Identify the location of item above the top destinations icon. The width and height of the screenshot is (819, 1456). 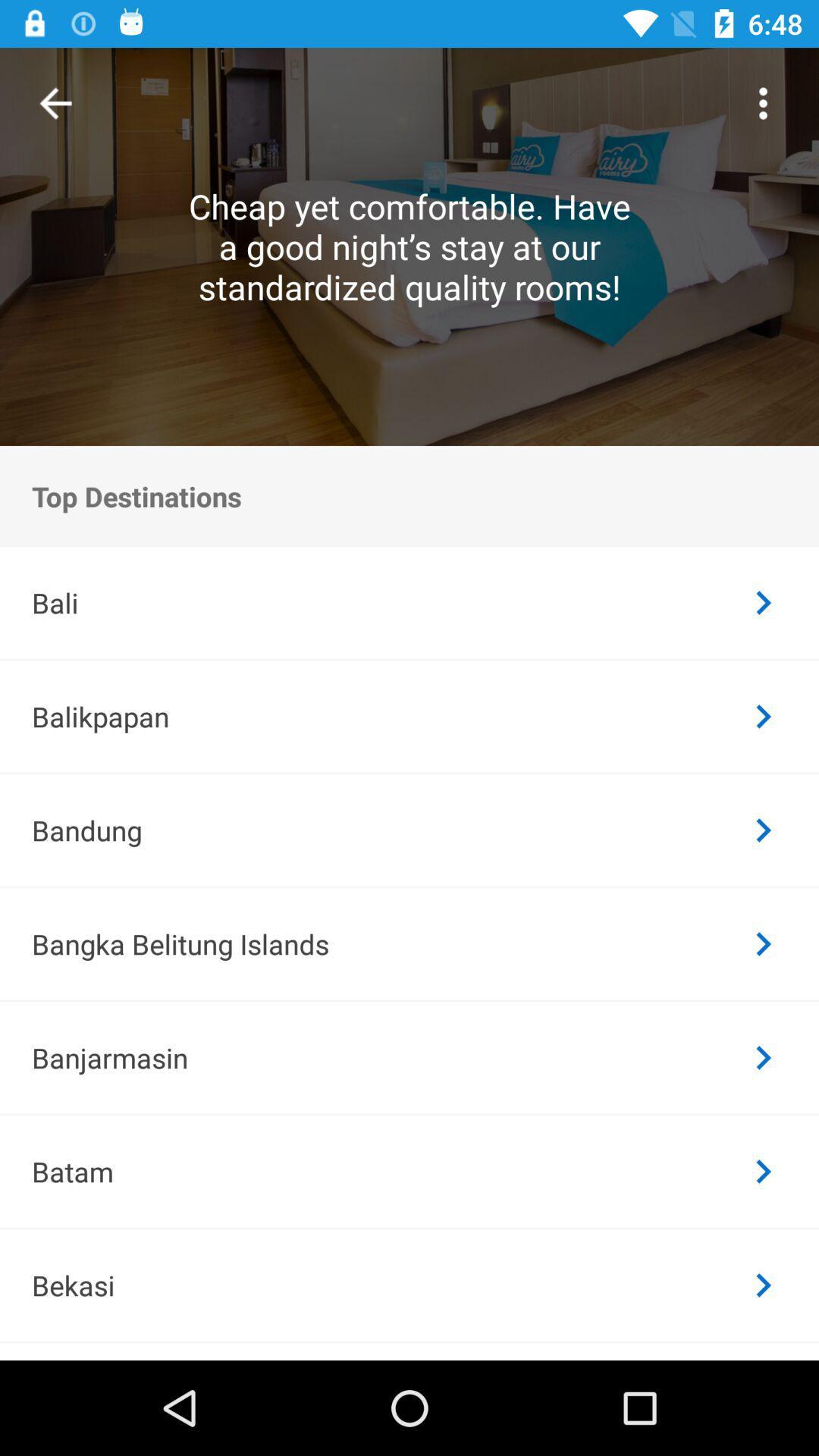
(763, 102).